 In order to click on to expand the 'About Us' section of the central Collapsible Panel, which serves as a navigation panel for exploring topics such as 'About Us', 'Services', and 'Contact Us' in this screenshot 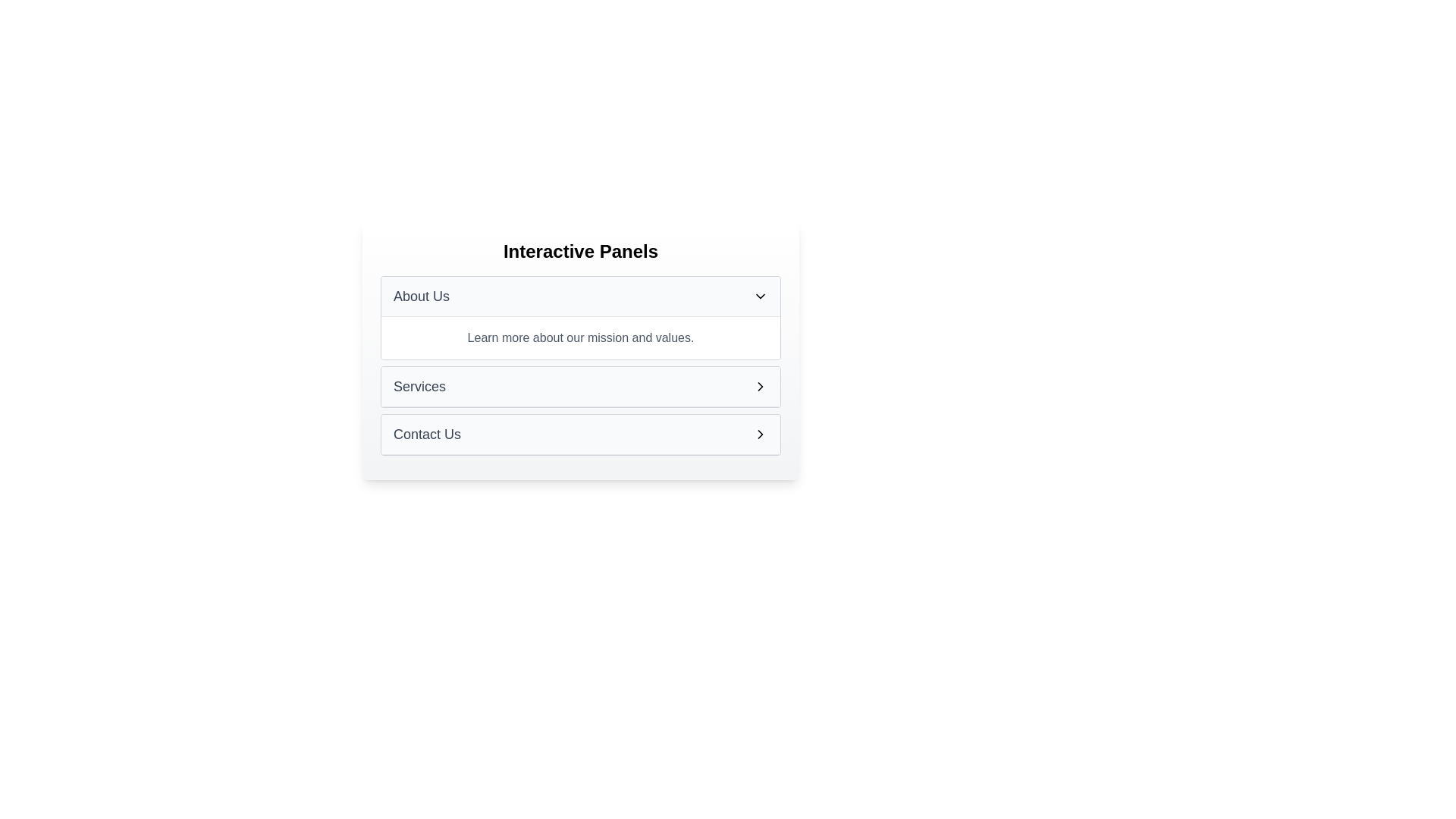, I will do `click(580, 350)`.